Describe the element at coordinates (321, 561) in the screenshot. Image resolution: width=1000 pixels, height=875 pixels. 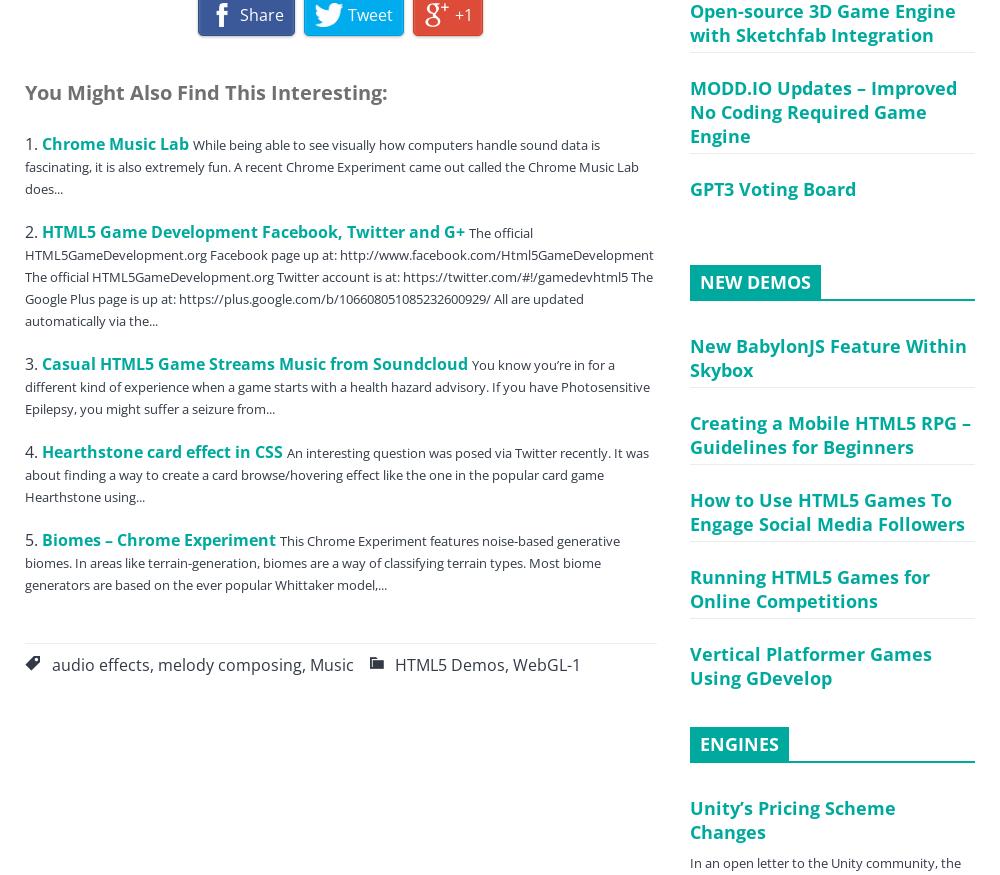
I see `'This Chrome Experiment features noise-based generative biomes. In areas like terrain-generation, biomes are a way of classifying terrain types. Most biome generators are based on the ever popular Whittaker model,...'` at that location.